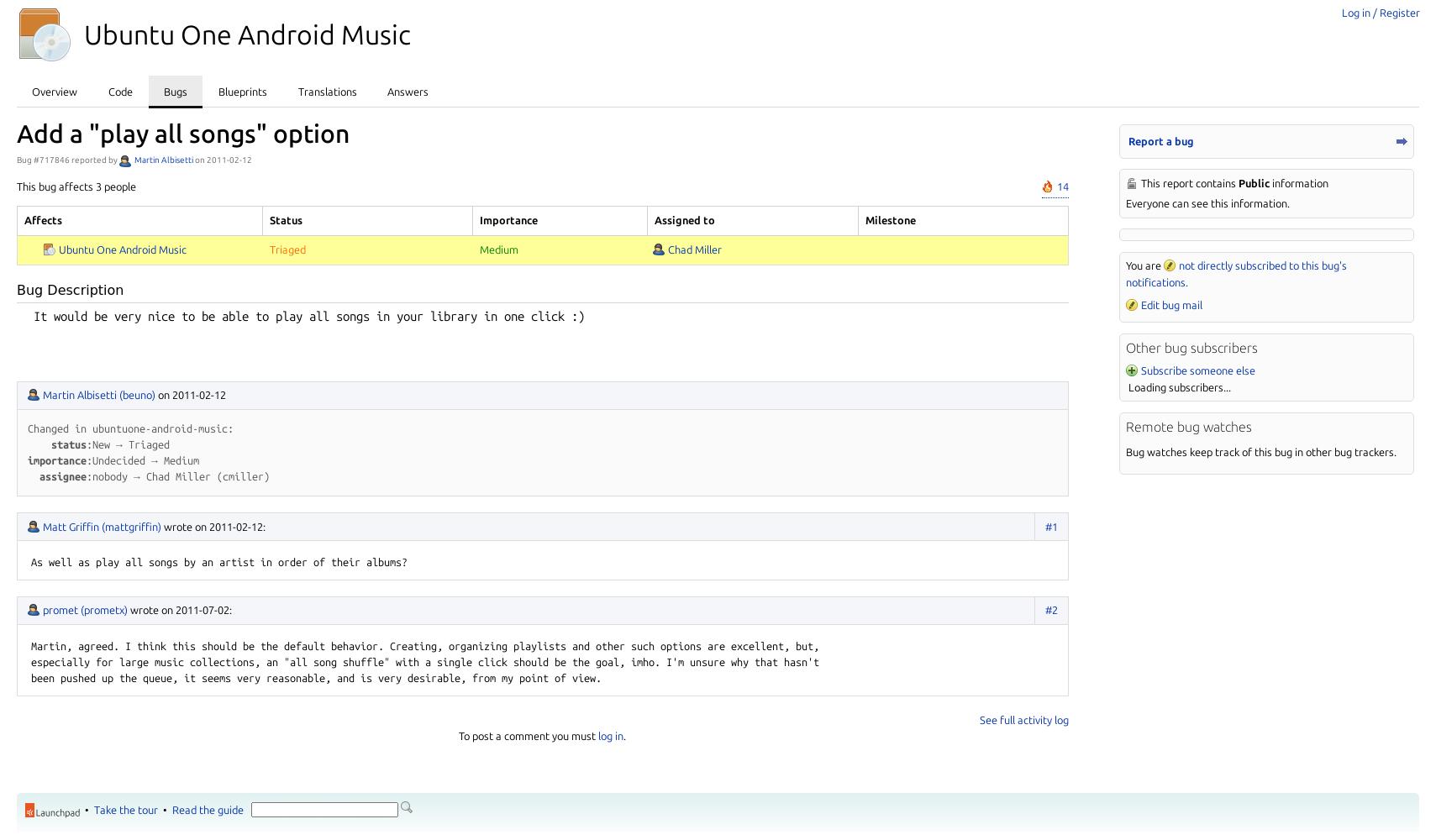  What do you see at coordinates (173, 90) in the screenshot?
I see `'Bugs'` at bounding box center [173, 90].